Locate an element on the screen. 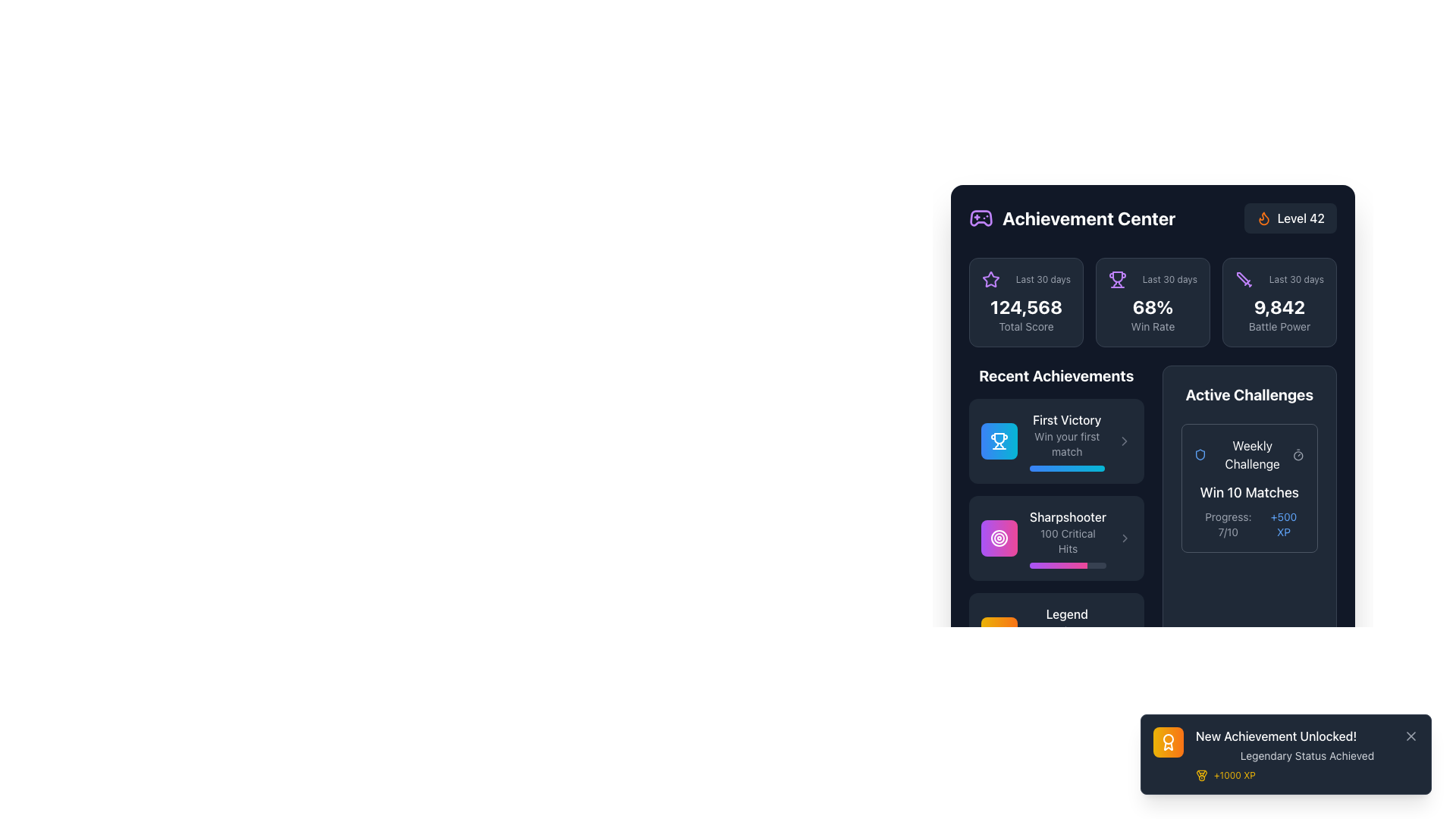 The image size is (1456, 819). the Decorative icon located in the top-right corner of the 'Active Challenges' card, which serves as a visual marker for the 'Weekly Challenge.' is located at coordinates (1199, 454).